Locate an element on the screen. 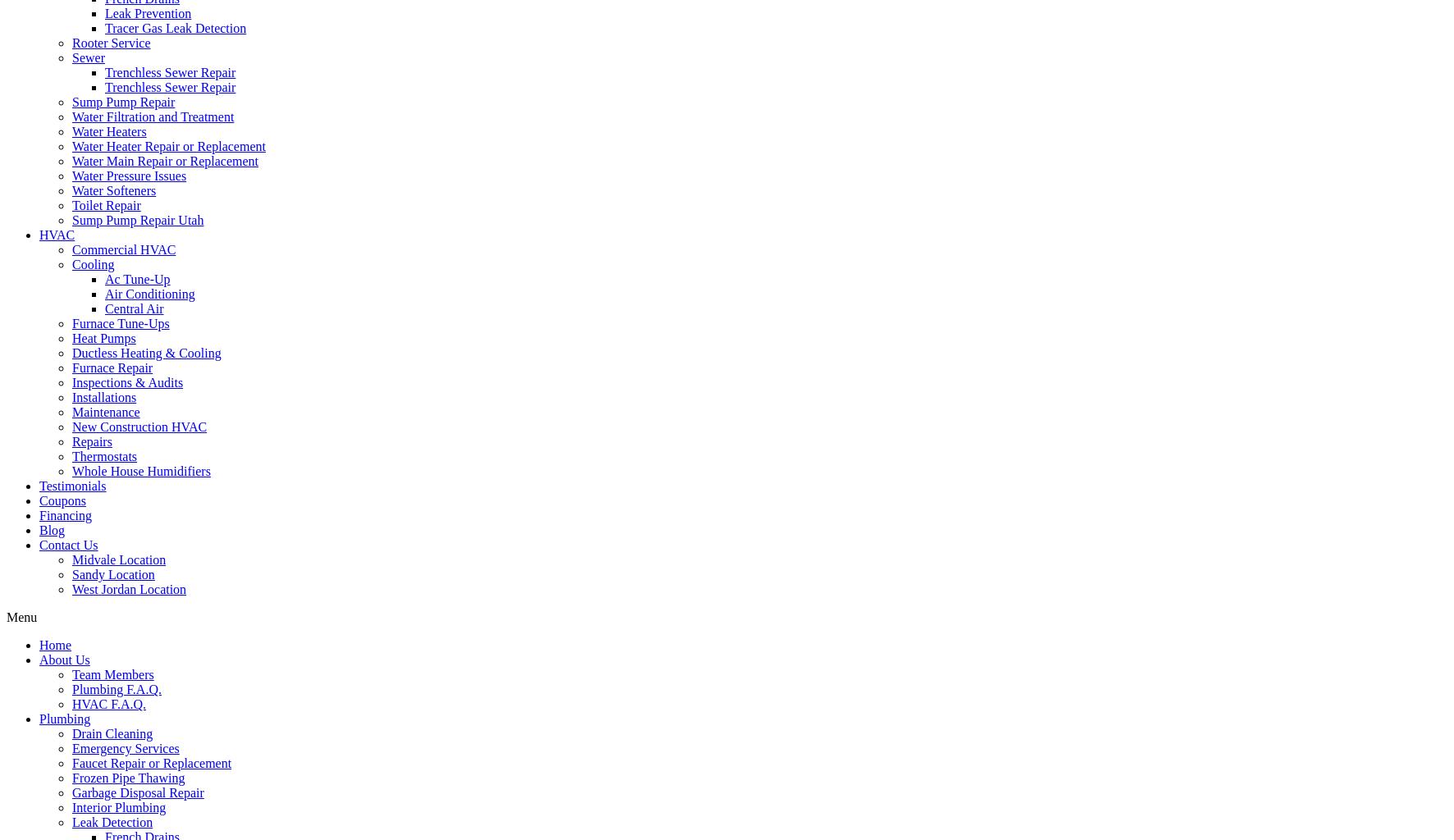 Image resolution: width=1454 pixels, height=840 pixels. 'Testimonials' is located at coordinates (39, 485).